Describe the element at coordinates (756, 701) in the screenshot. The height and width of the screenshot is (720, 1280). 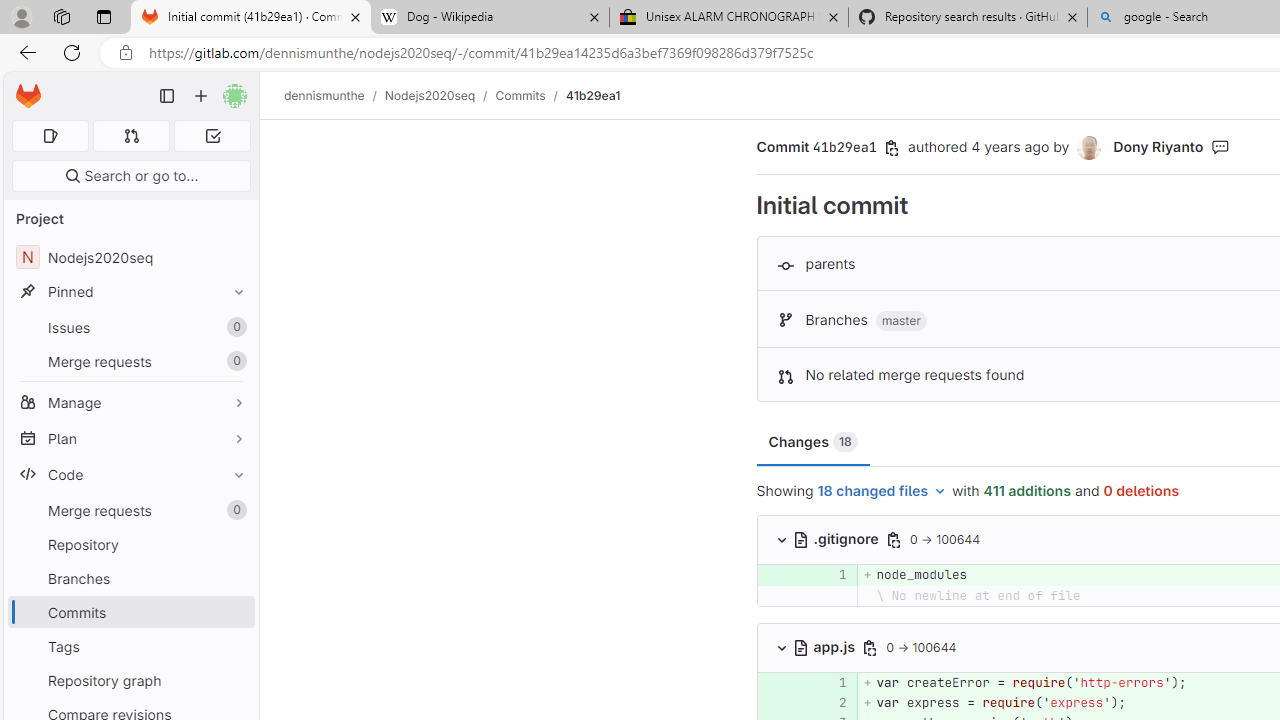
I see `'Add a comment to this line'` at that location.